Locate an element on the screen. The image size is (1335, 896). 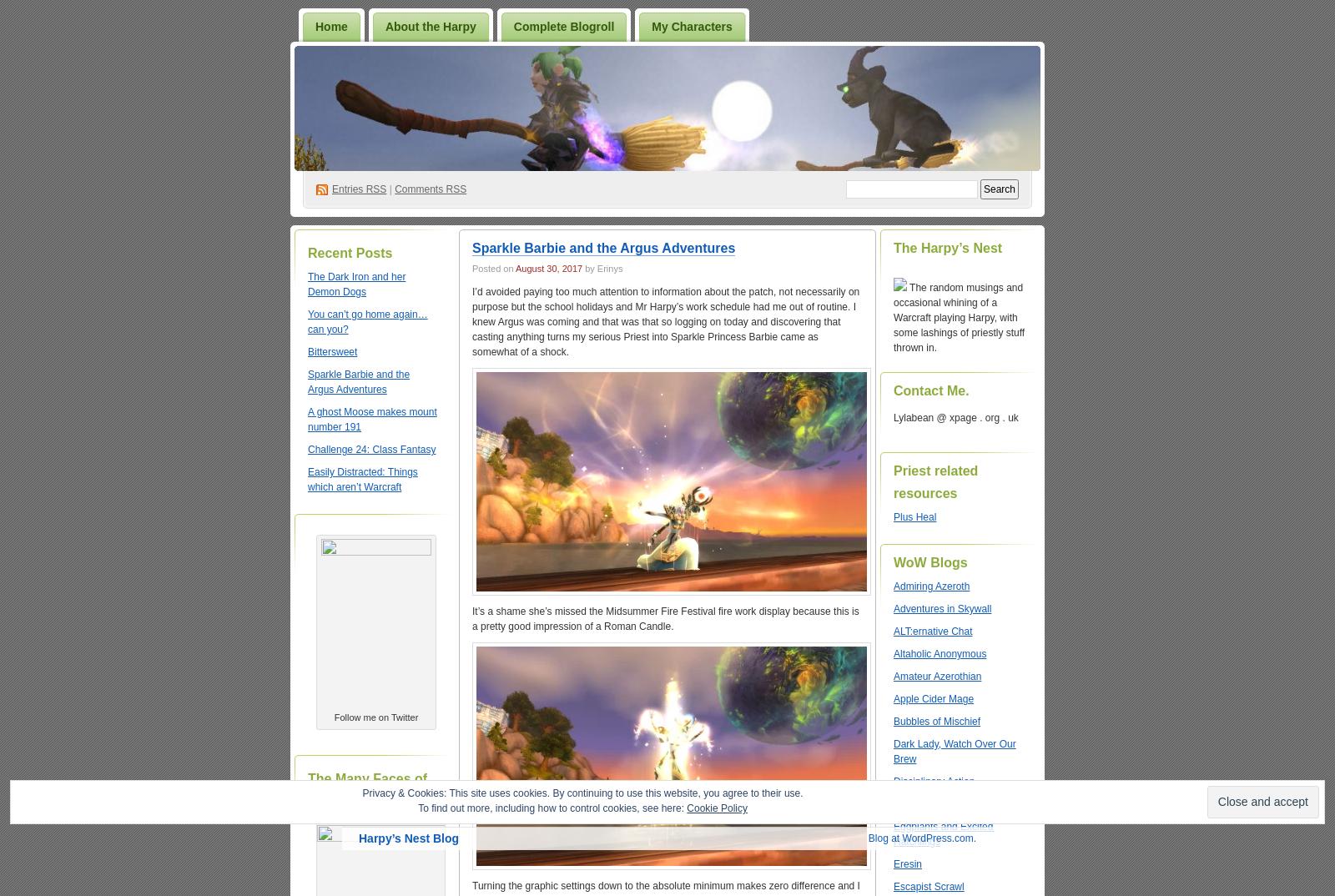
'Admiring Azeroth' is located at coordinates (931, 586).